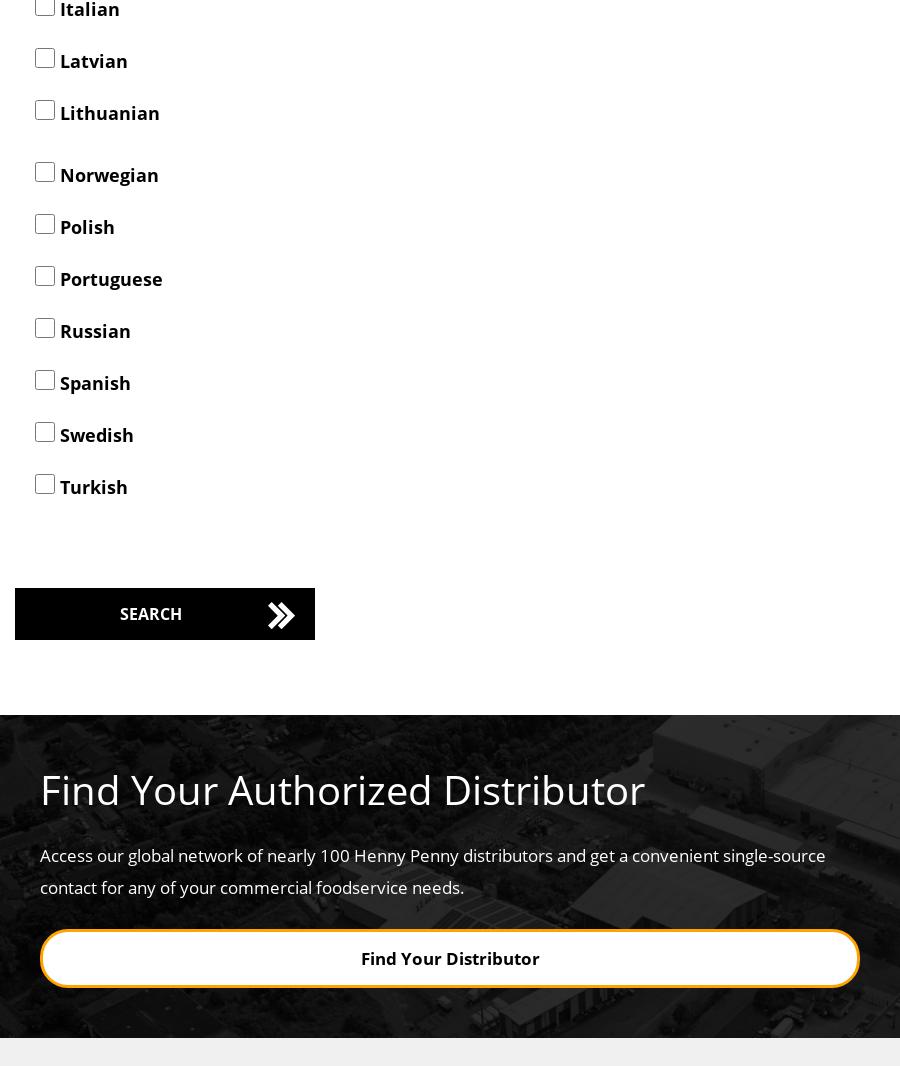 The width and height of the screenshot is (900, 1066). I want to click on 'Find Your Distributor', so click(360, 957).